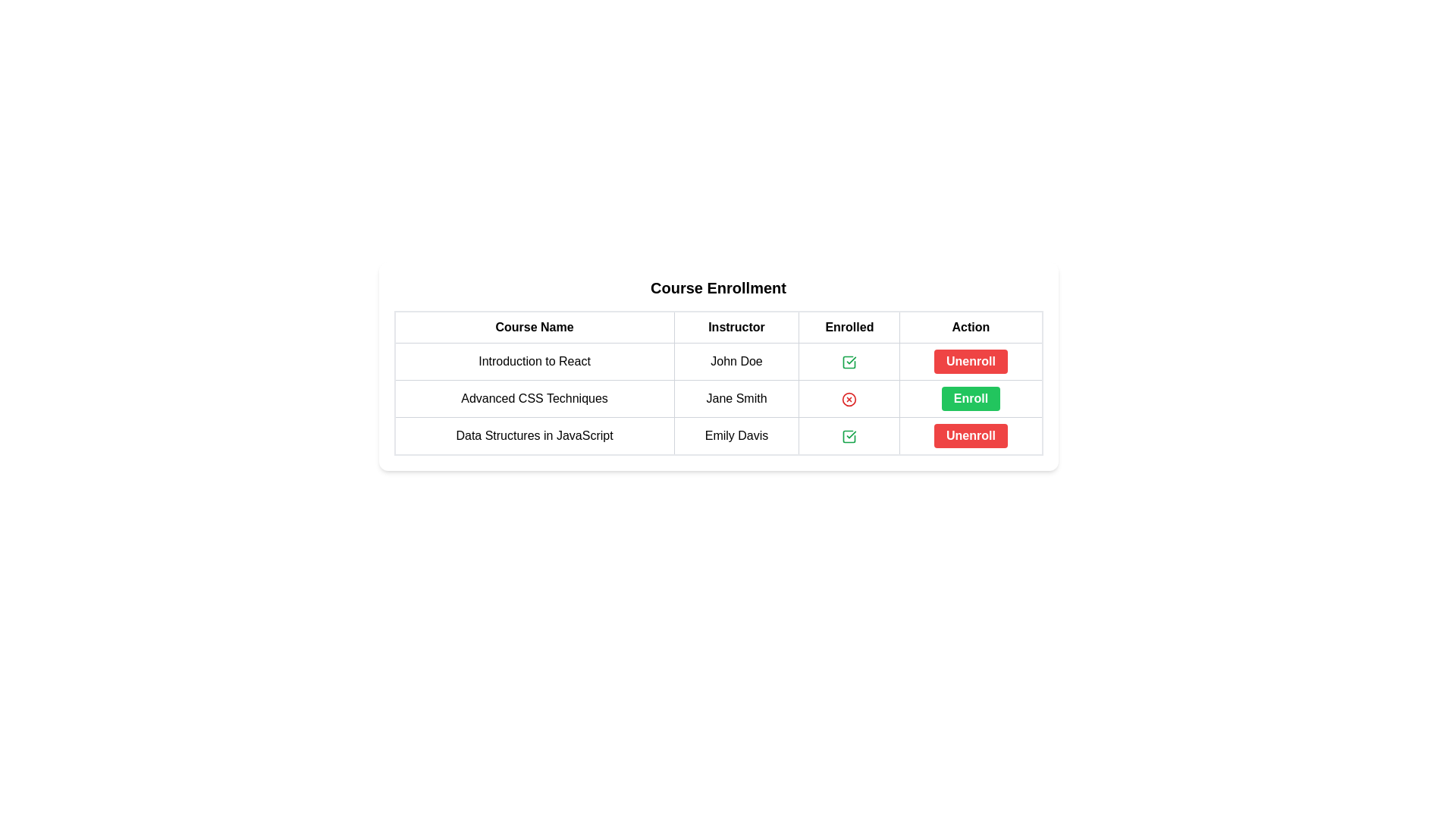 This screenshot has height=819, width=1456. Describe the element at coordinates (736, 436) in the screenshot. I see `the text label displaying the instructor's name for the course 'Data Structures in JavaScript' located in the 'Instructor' column of the table` at that location.